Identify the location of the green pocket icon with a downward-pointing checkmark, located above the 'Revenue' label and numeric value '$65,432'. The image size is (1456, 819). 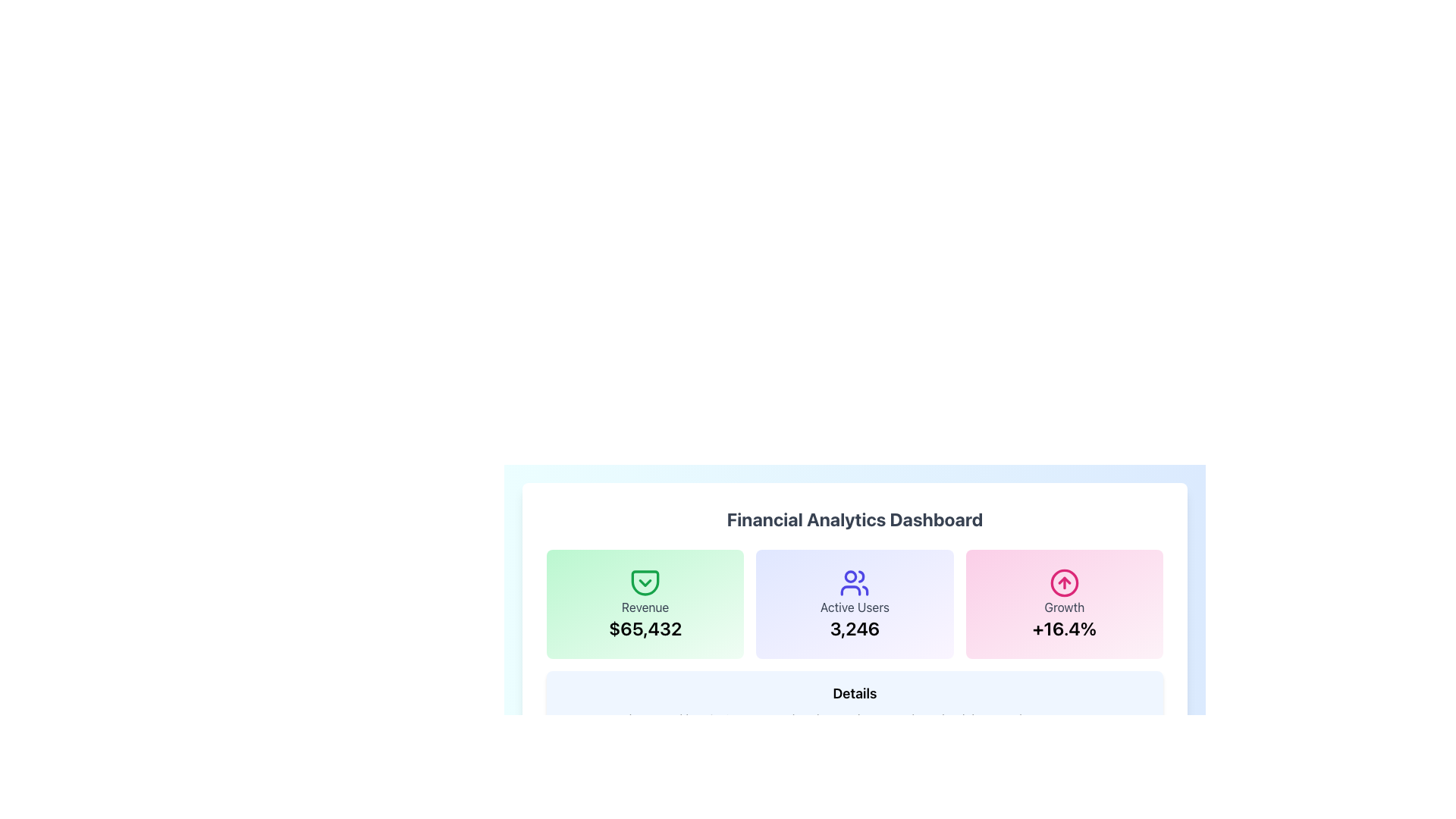
(645, 582).